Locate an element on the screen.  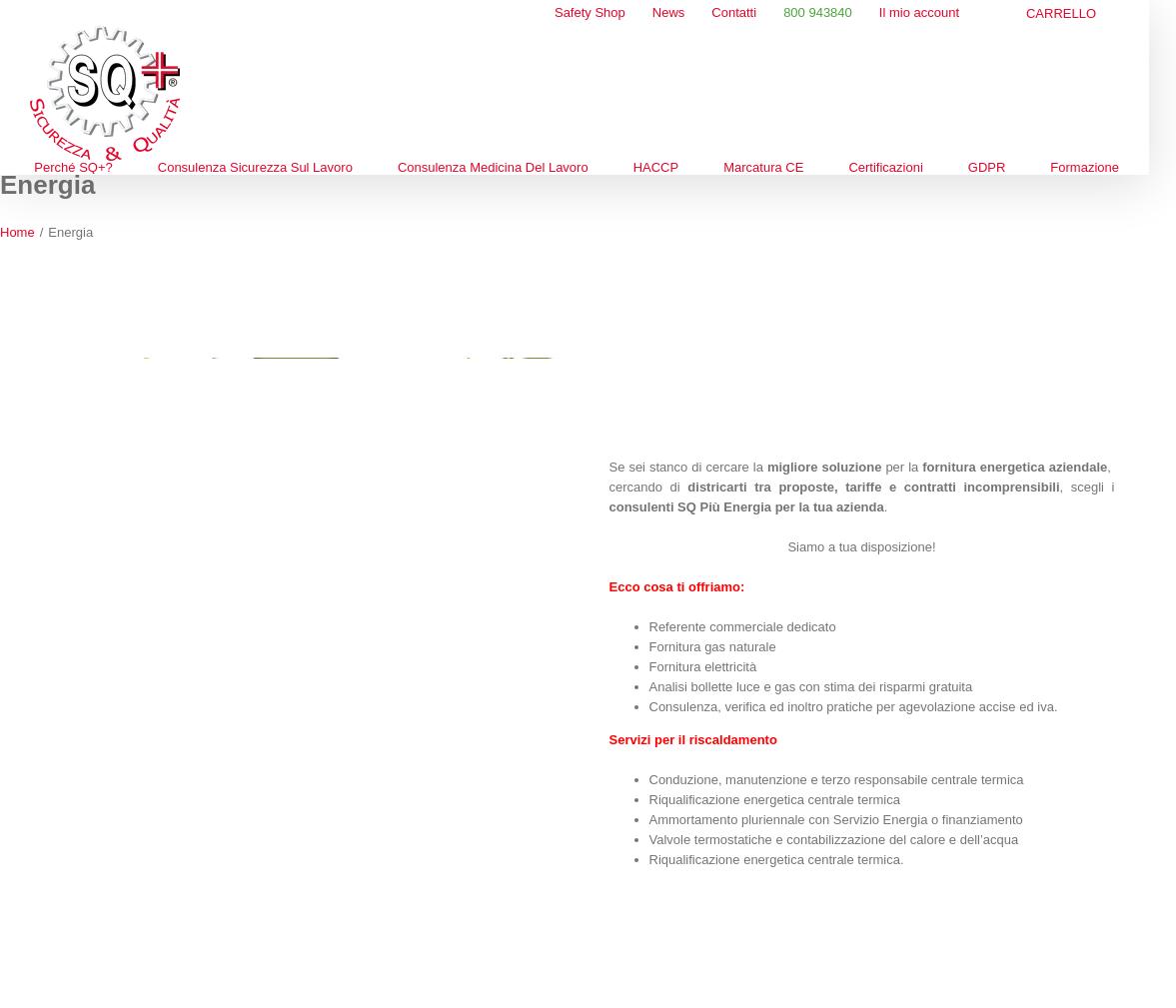
'Formazione igiene alimentare HACCP' is located at coordinates (686, 451).